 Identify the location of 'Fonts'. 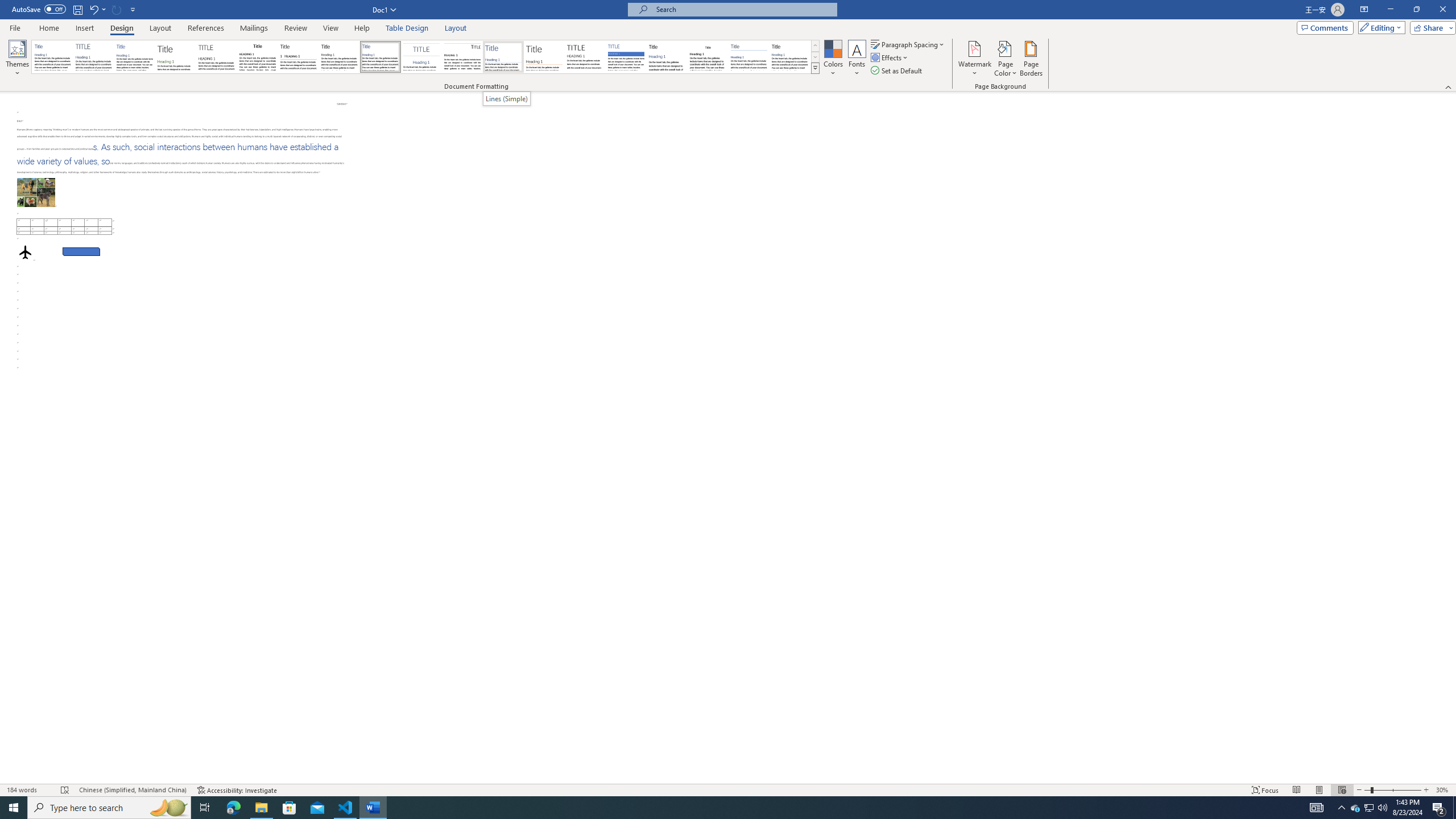
(856, 59).